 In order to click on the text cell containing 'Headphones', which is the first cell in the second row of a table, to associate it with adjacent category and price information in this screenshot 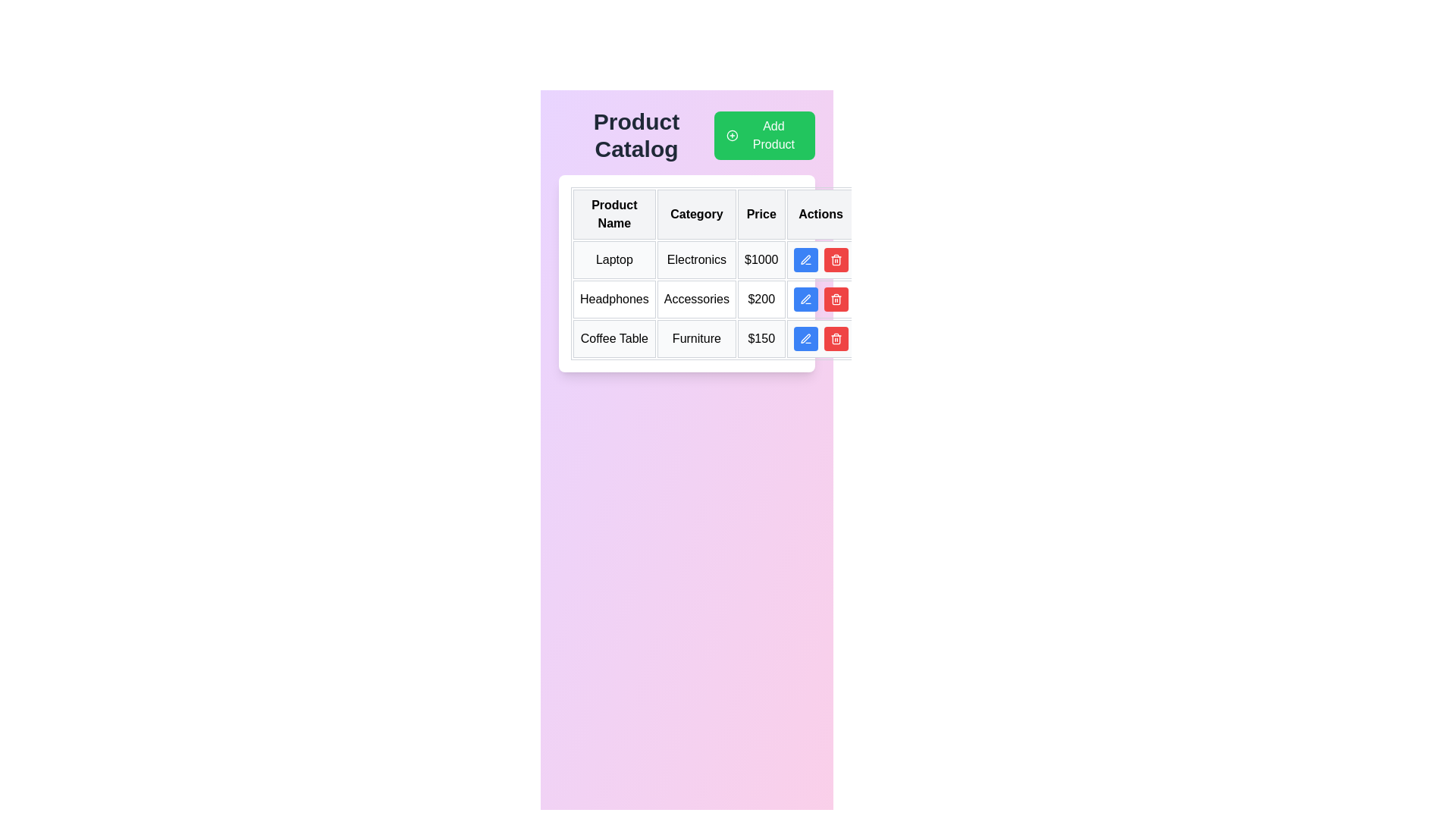, I will do `click(614, 299)`.